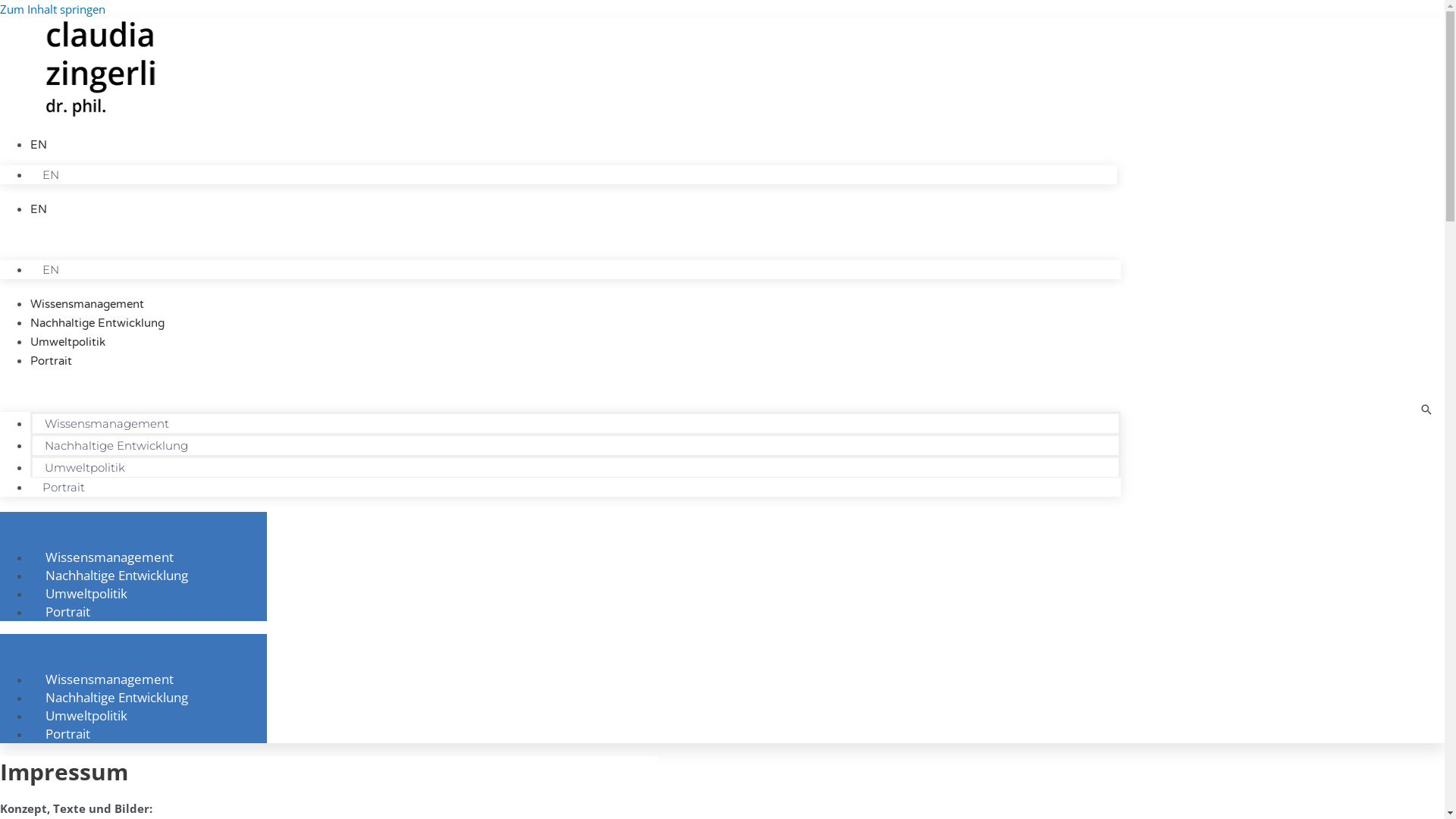 This screenshot has height=819, width=1456. What do you see at coordinates (30, 322) in the screenshot?
I see `'Nachhaltige Entwicklung'` at bounding box center [30, 322].